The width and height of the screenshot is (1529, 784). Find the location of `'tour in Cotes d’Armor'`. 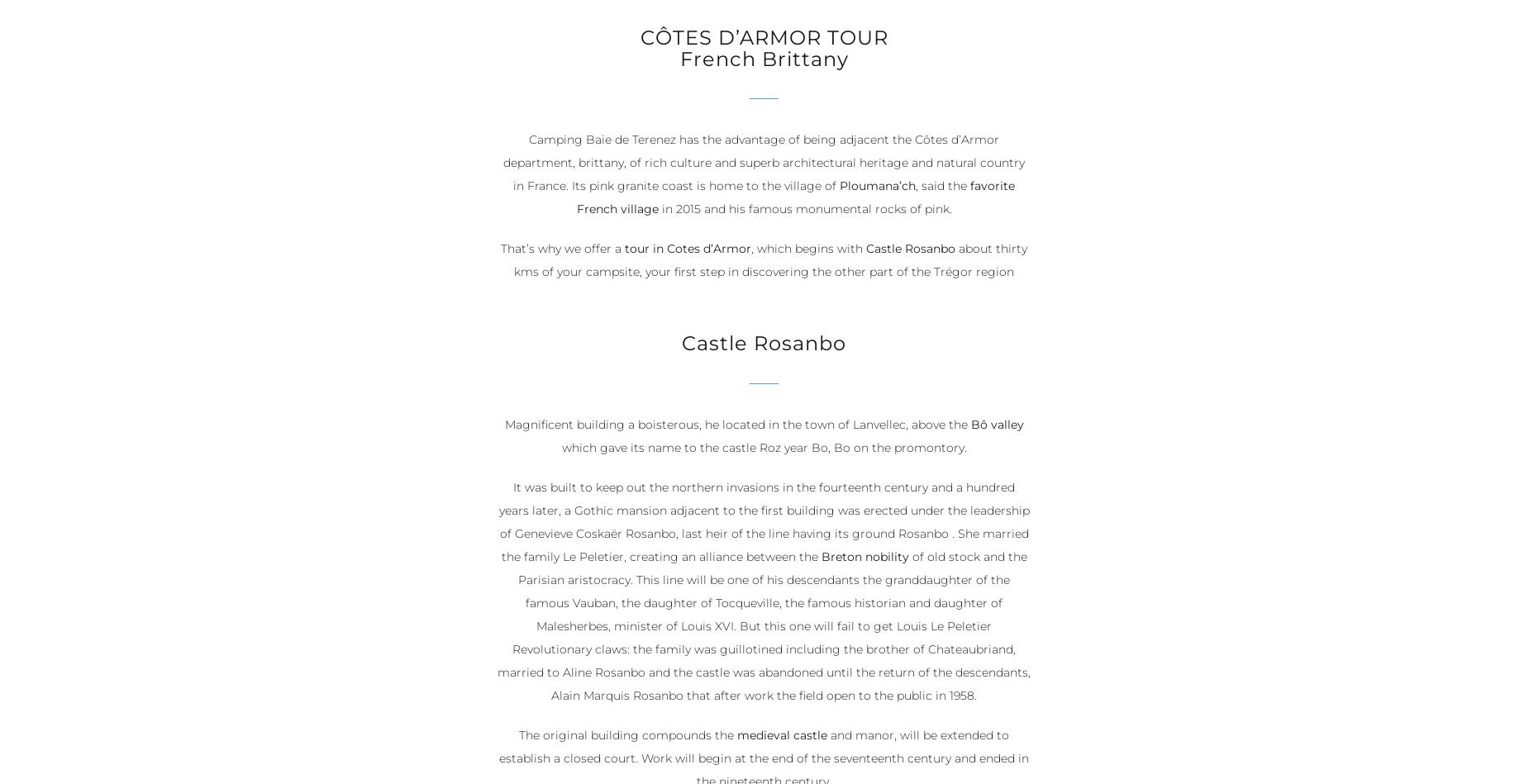

'tour in Cotes d’Armor' is located at coordinates (624, 248).